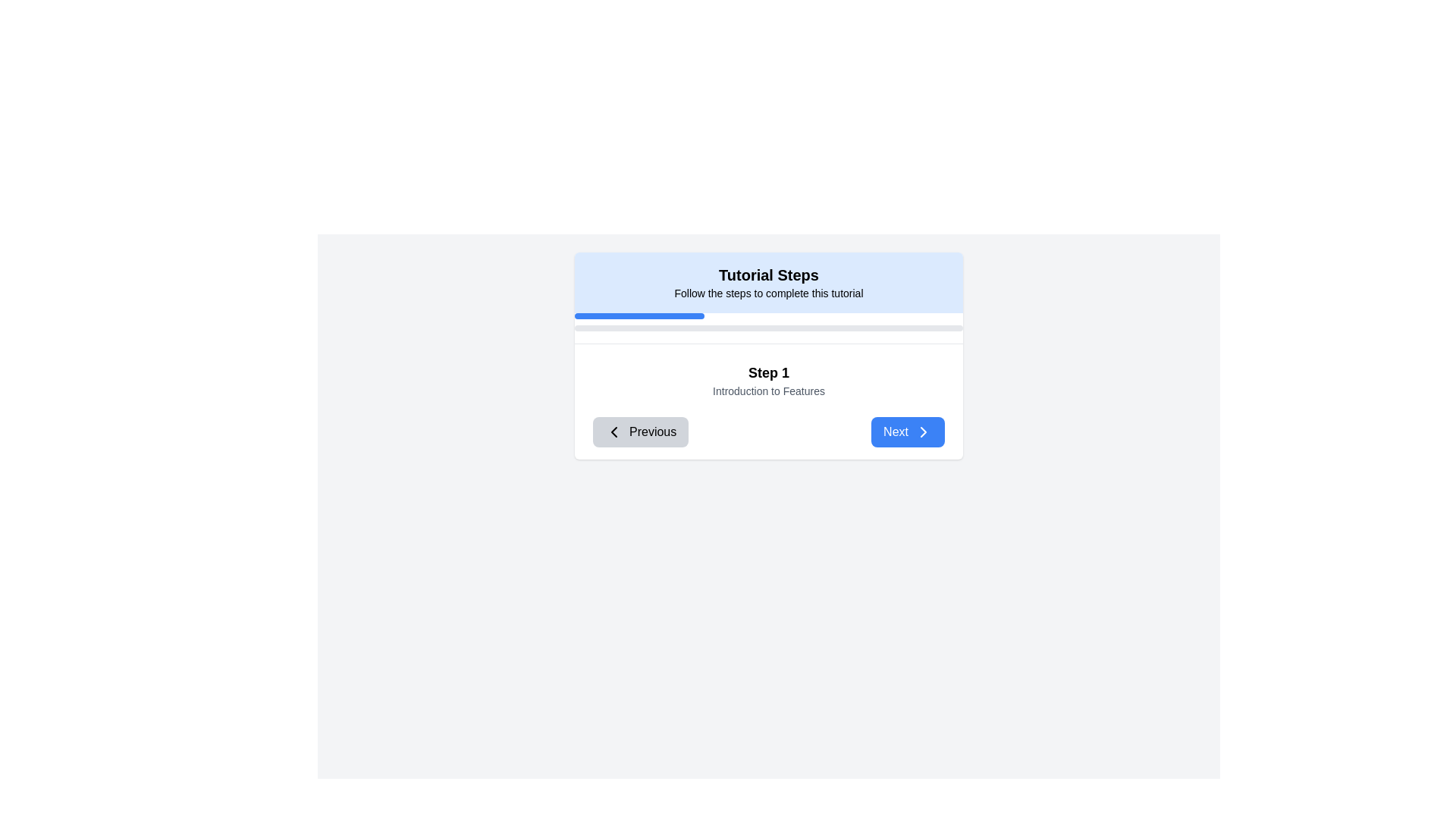  Describe the element at coordinates (625, 327) in the screenshot. I see `the progress bar completion` at that location.